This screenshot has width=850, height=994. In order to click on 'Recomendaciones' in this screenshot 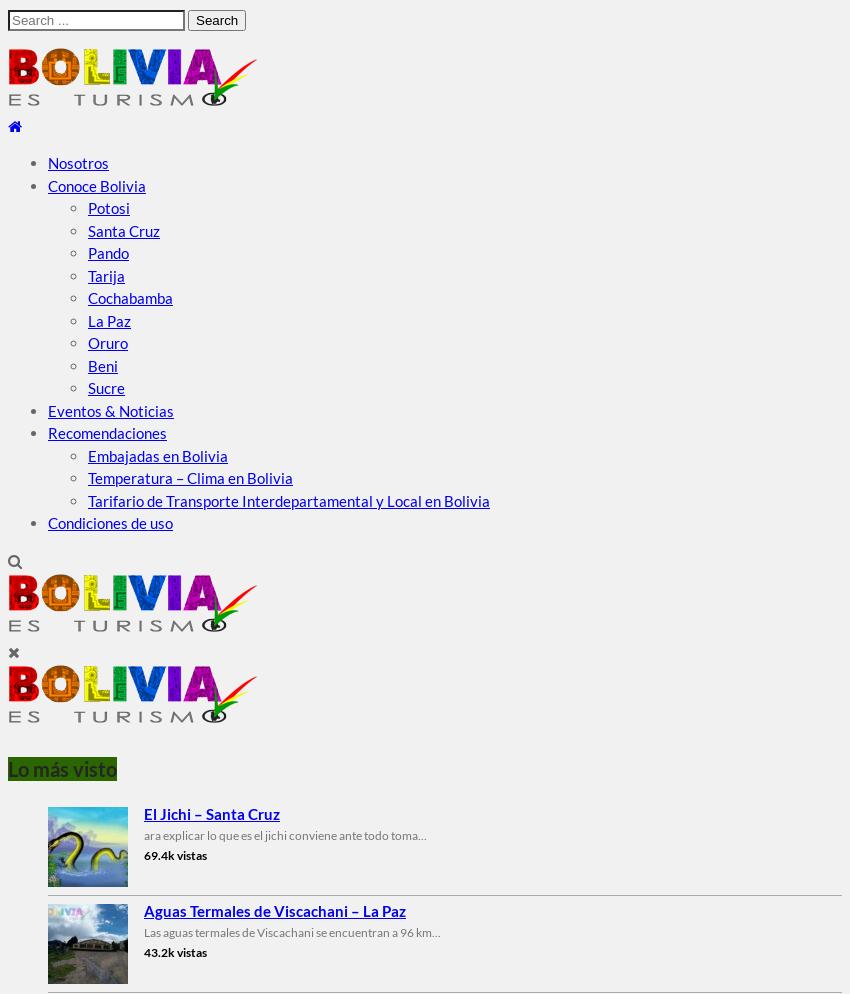, I will do `click(48, 432)`.